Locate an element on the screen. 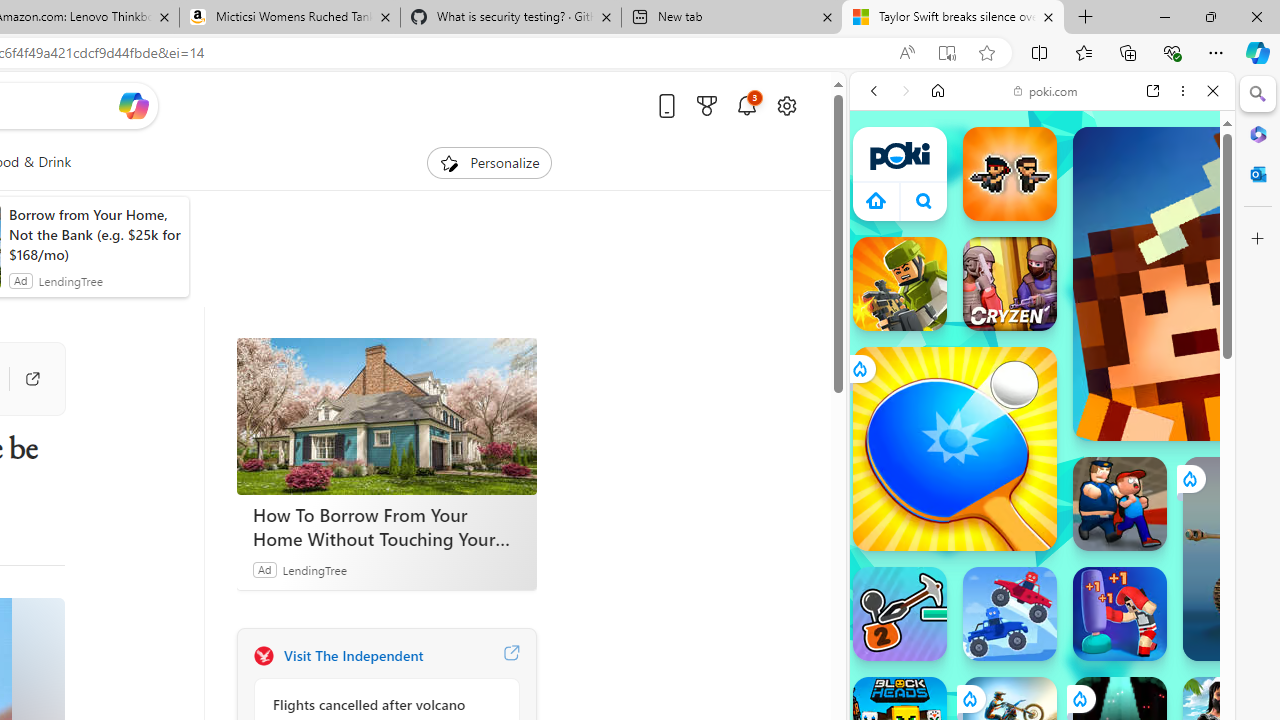 The height and width of the screenshot is (720, 1280). 'Car Games' is located at coordinates (1041, 469).